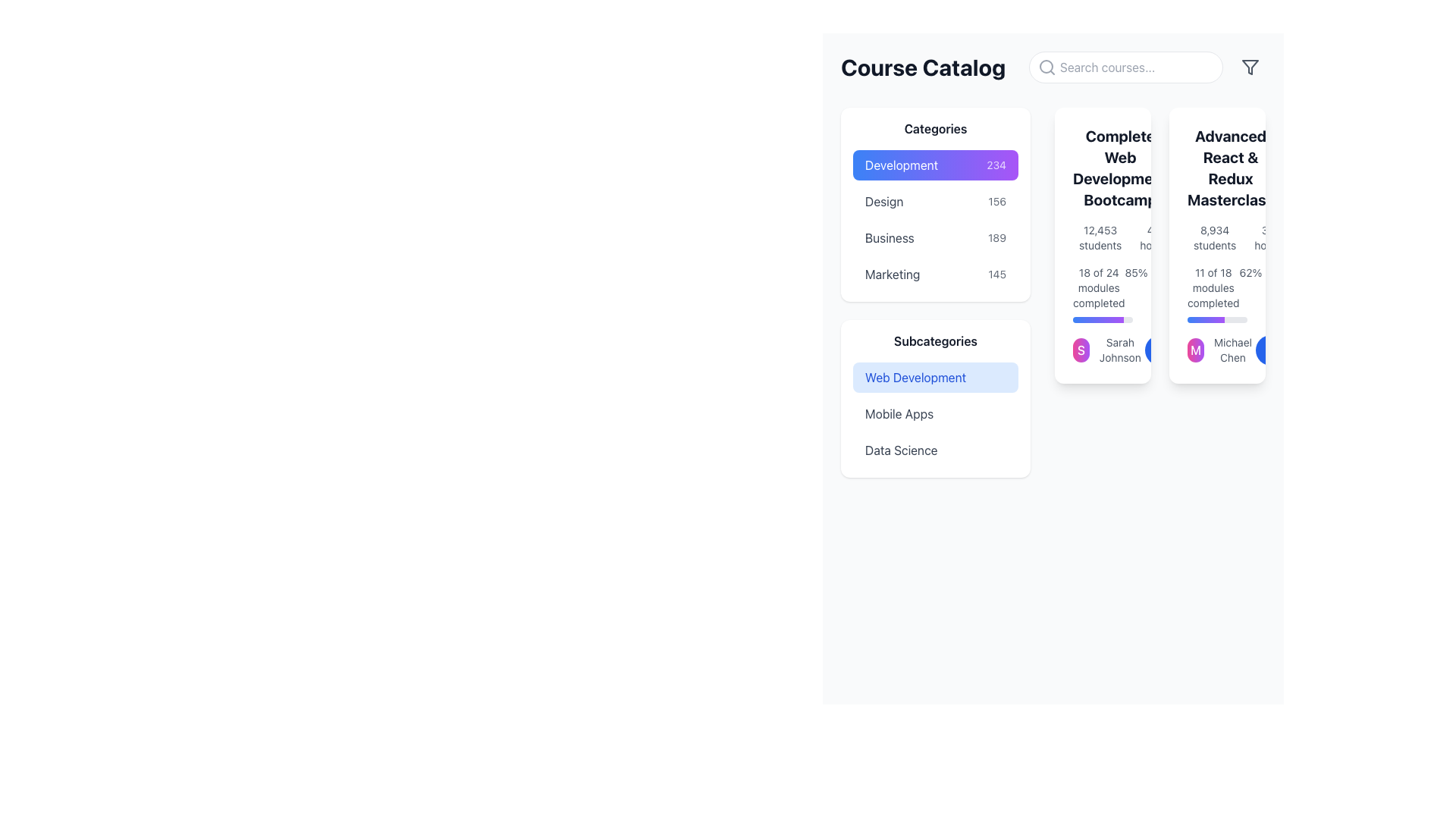 The image size is (1456, 819). I want to click on the 'Development' category selector button located at the top left section of the interface to trigger visual feedback, so click(934, 165).